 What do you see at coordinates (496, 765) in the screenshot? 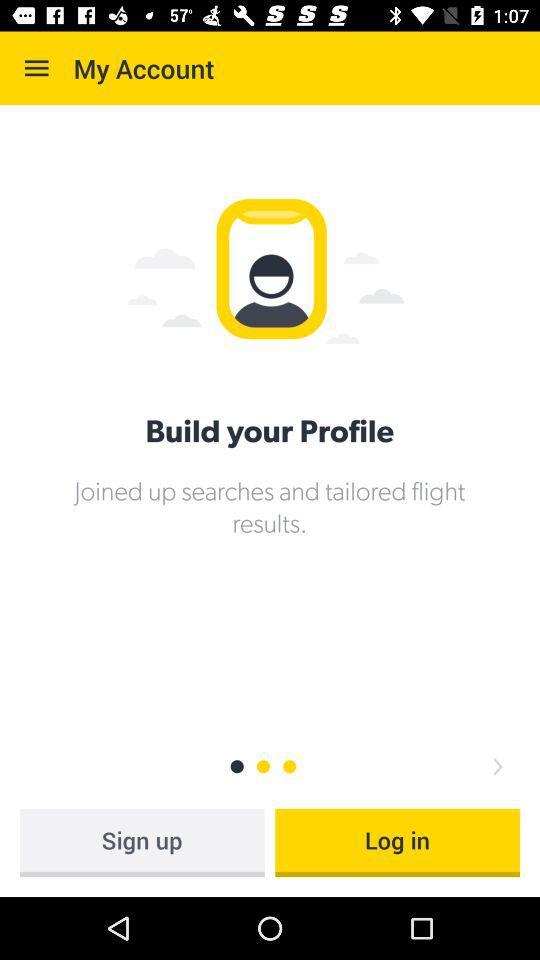
I see `go forward` at bounding box center [496, 765].